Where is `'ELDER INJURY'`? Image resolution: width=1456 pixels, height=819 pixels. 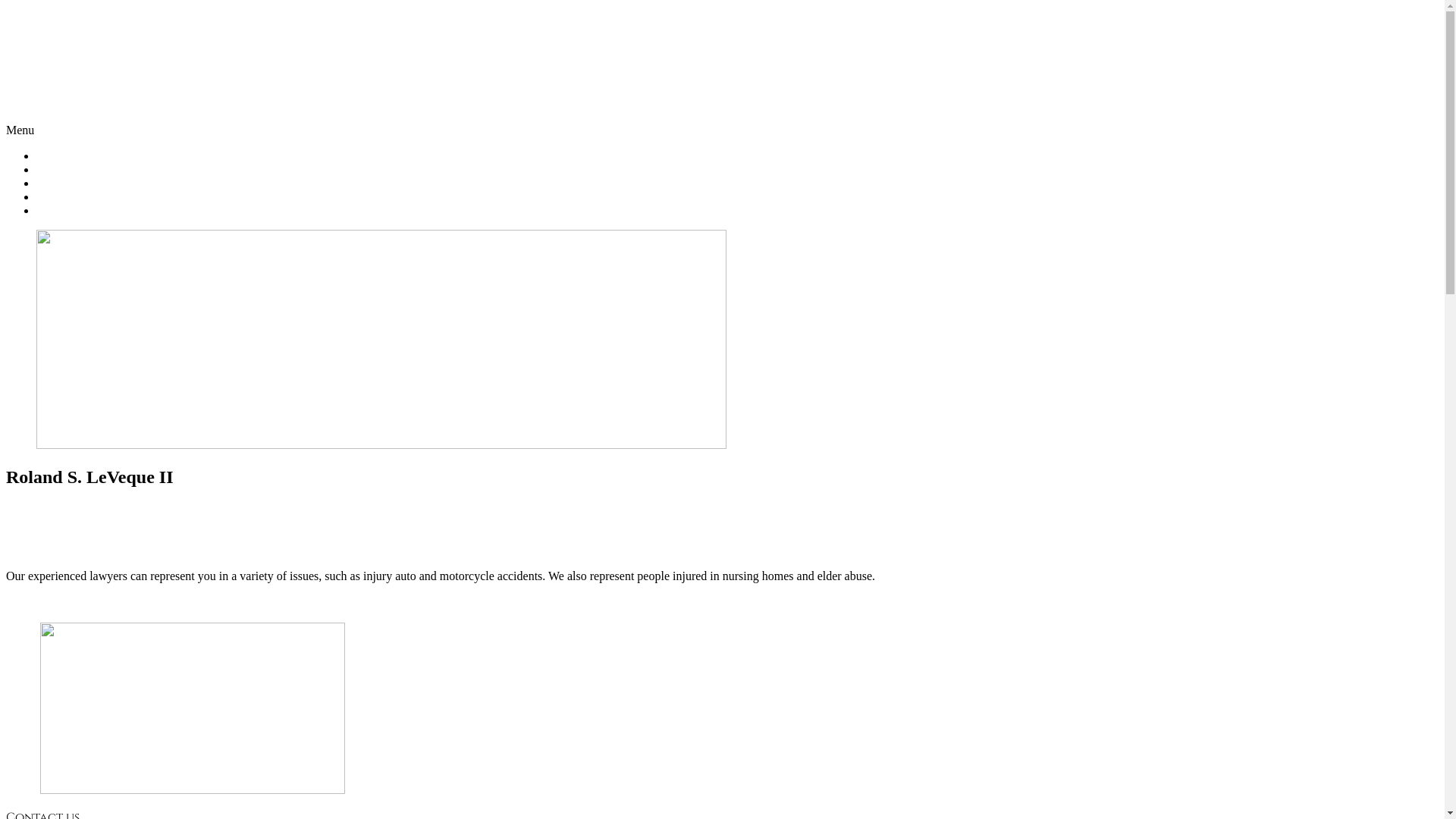 'ELDER INJURY' is located at coordinates (78, 182).